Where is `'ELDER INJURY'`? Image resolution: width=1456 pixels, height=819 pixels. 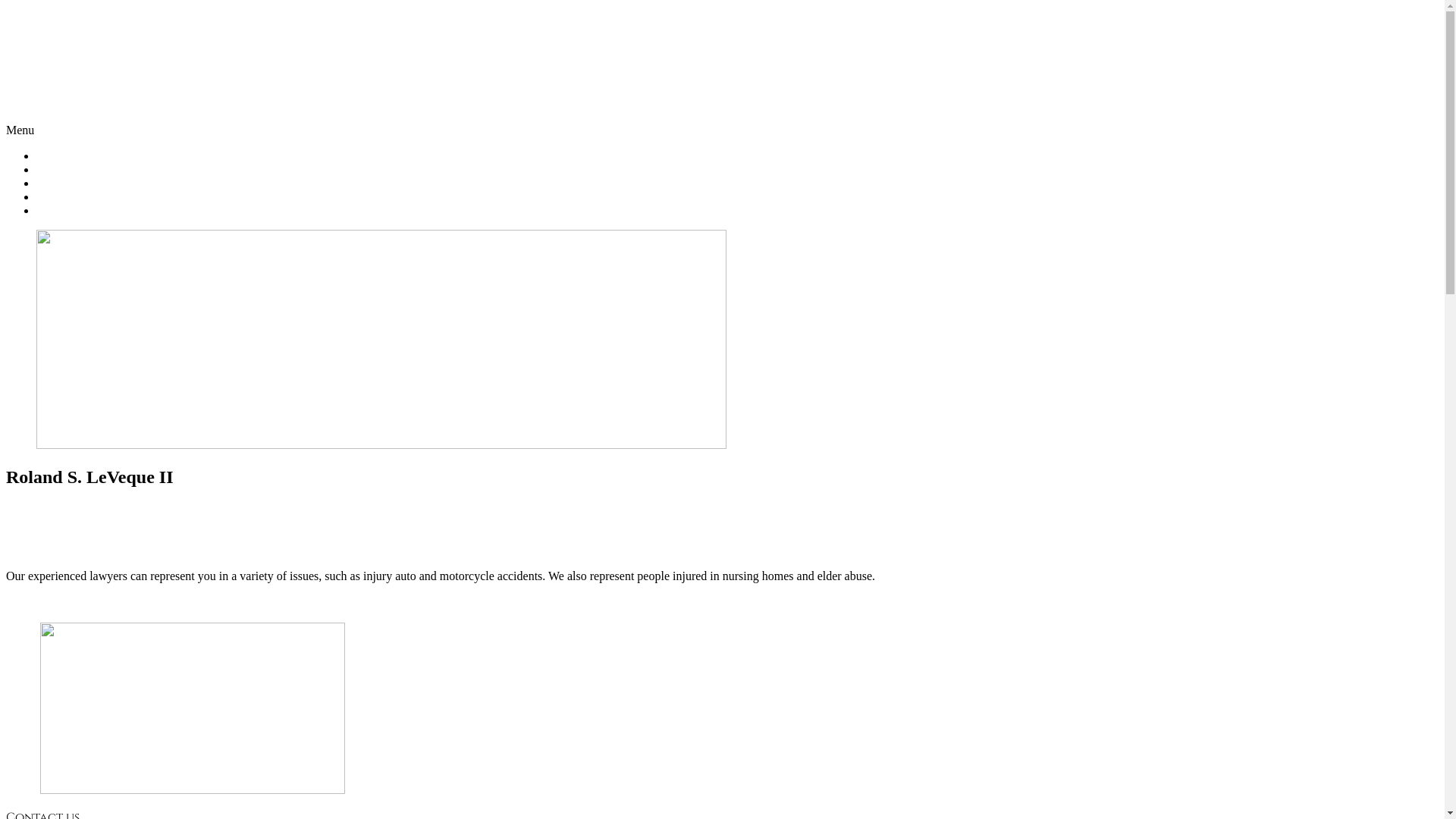 'ELDER INJURY' is located at coordinates (78, 182).